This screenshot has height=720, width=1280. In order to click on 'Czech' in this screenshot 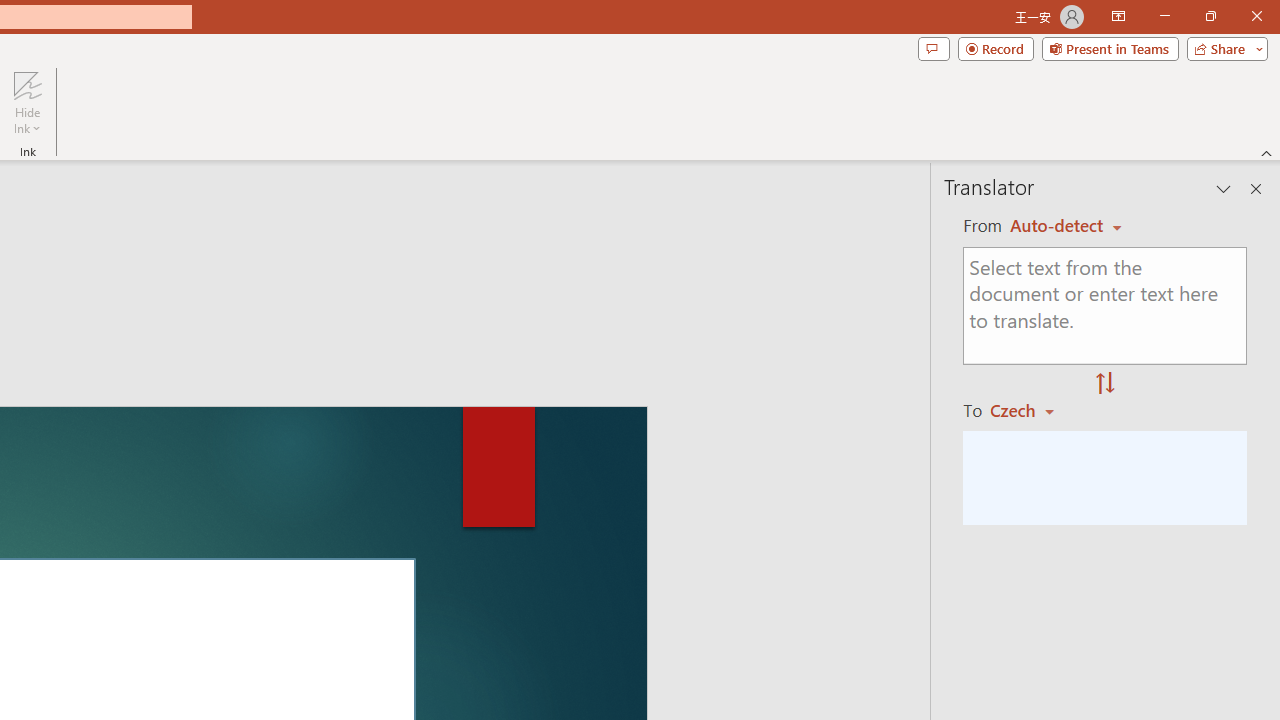, I will do `click(1031, 409)`.